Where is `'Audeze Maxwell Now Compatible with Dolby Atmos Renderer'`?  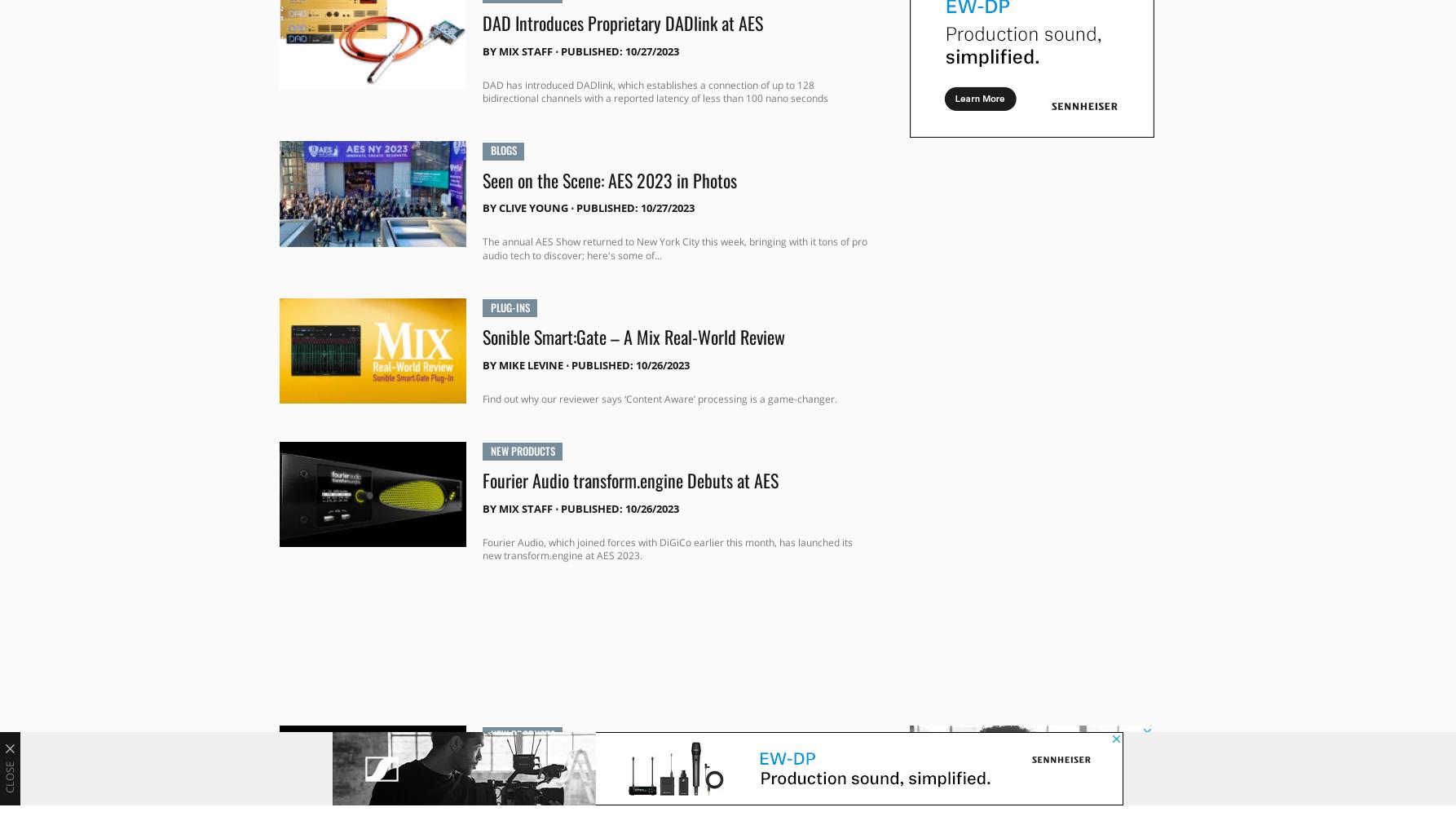 'Audeze Maxwell Now Compatible with Dolby Atmos Renderer' is located at coordinates (646, 774).